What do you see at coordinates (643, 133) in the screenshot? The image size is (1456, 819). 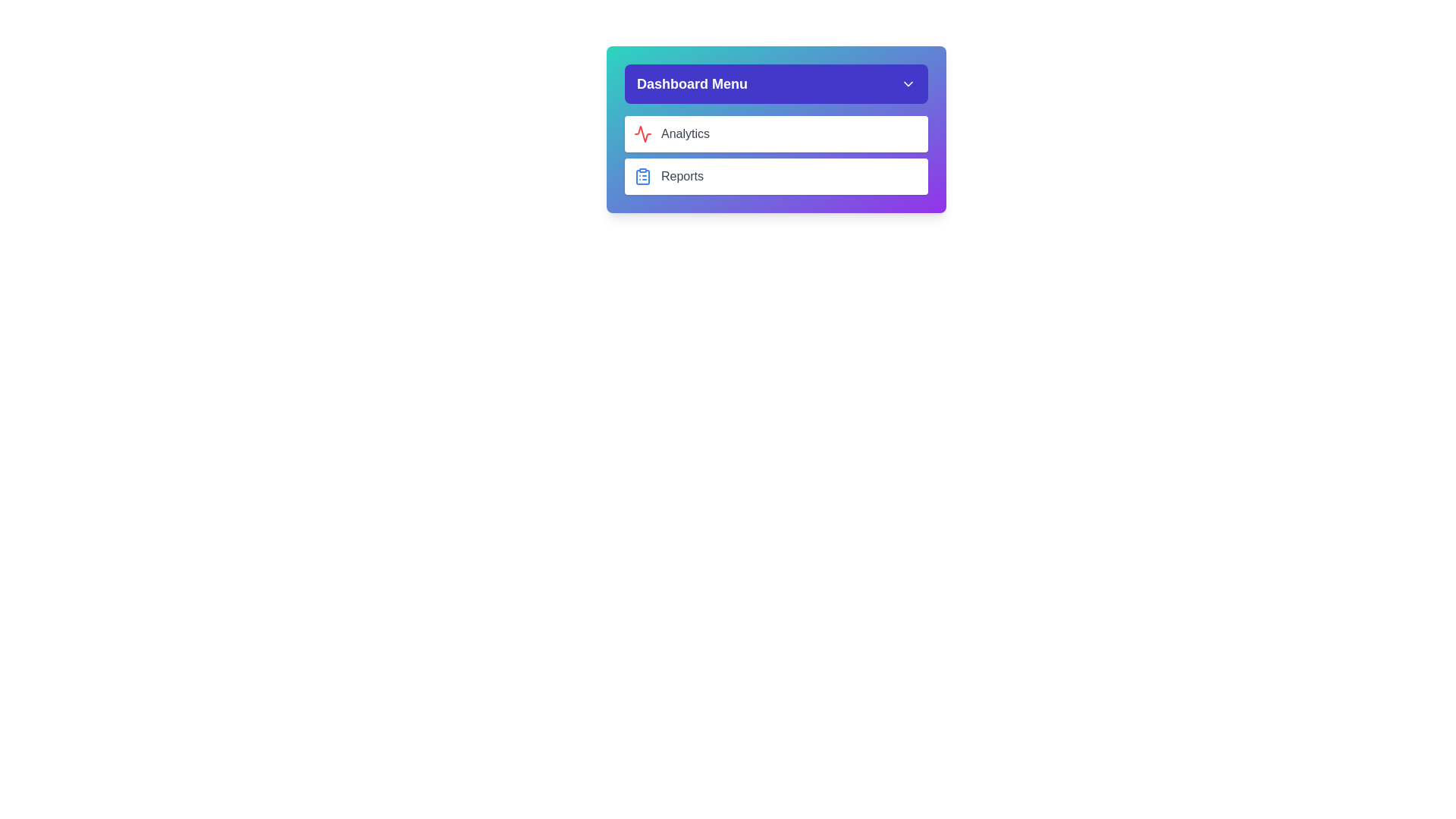 I see `the red icon resembling a graphical activity monitor located to the left of the 'Analytics' text in the top menu` at bounding box center [643, 133].